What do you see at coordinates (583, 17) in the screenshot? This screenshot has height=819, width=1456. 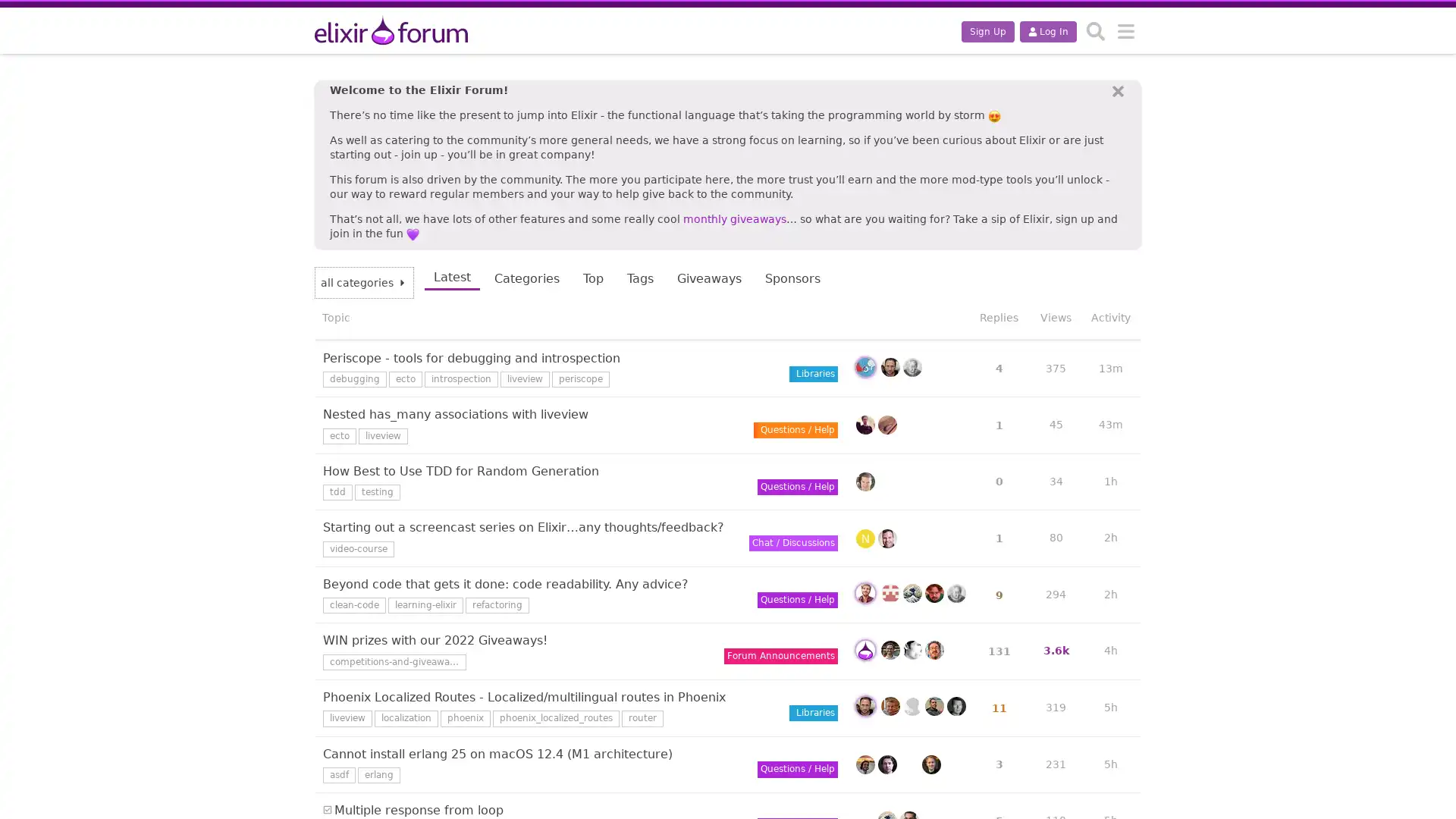 I see `This topic has 5 replies` at bounding box center [583, 17].